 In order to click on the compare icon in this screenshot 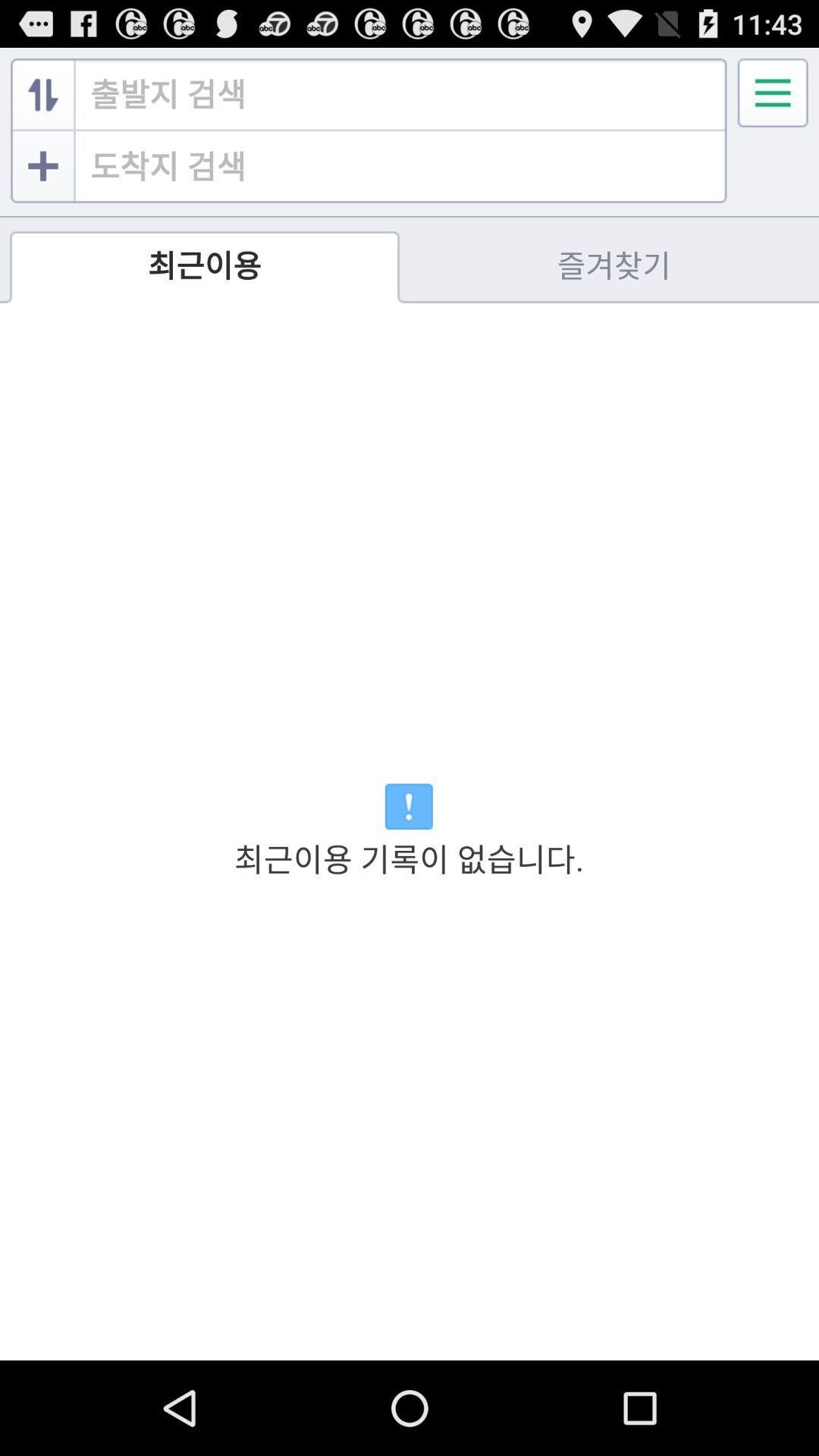, I will do `click(42, 101)`.